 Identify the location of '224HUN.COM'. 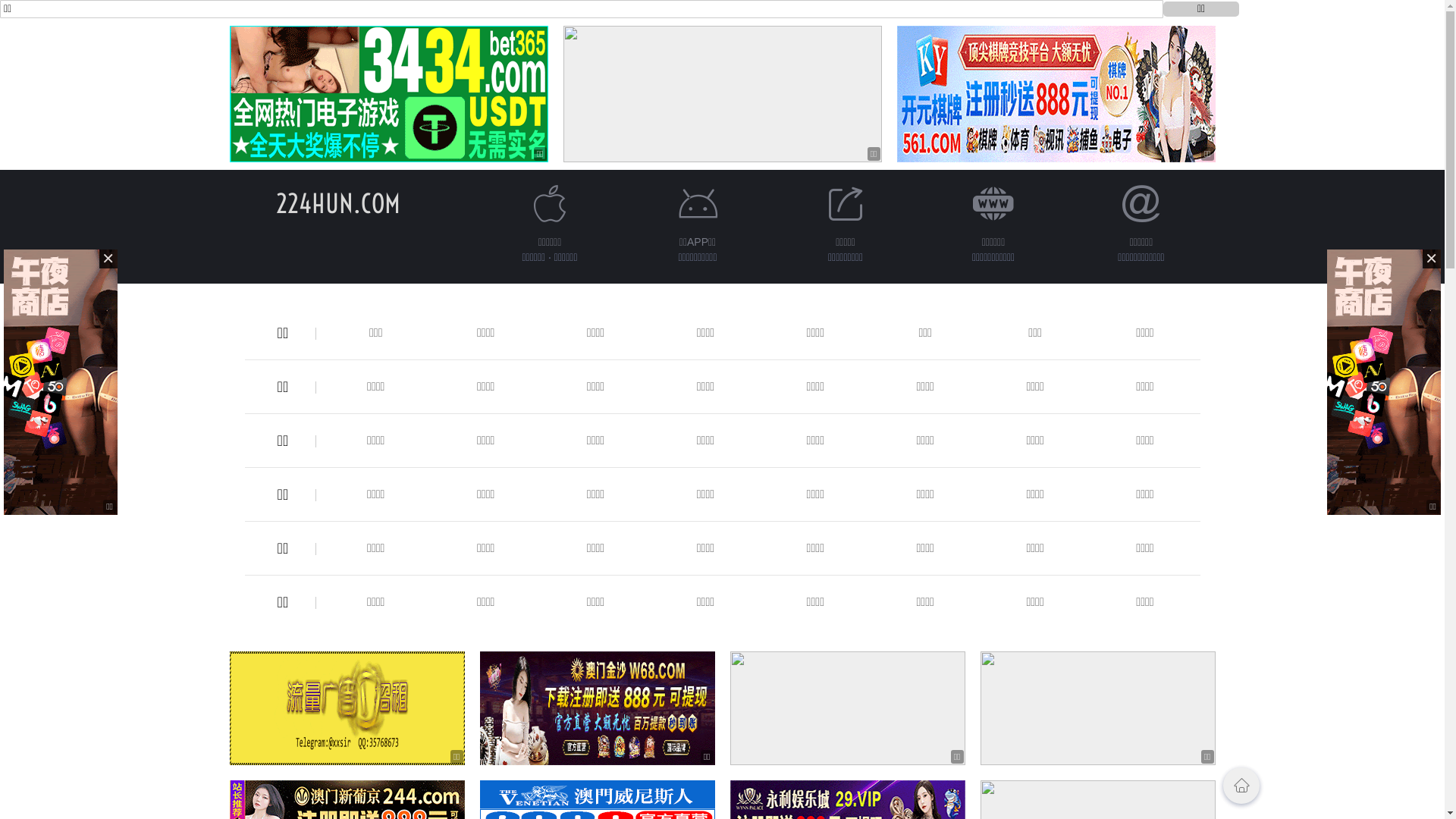
(337, 202).